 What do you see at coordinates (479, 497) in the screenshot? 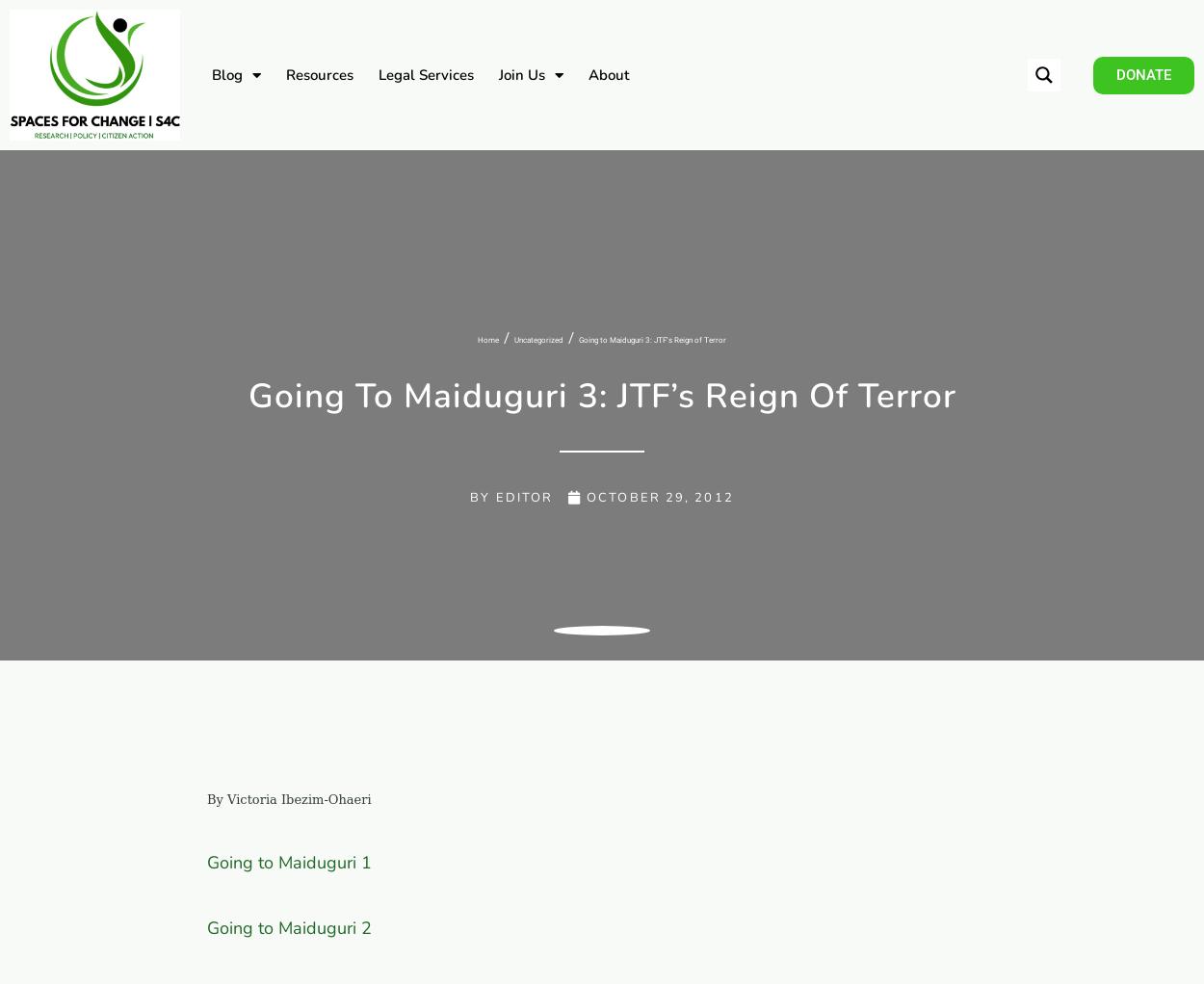
I see `'By'` at bounding box center [479, 497].